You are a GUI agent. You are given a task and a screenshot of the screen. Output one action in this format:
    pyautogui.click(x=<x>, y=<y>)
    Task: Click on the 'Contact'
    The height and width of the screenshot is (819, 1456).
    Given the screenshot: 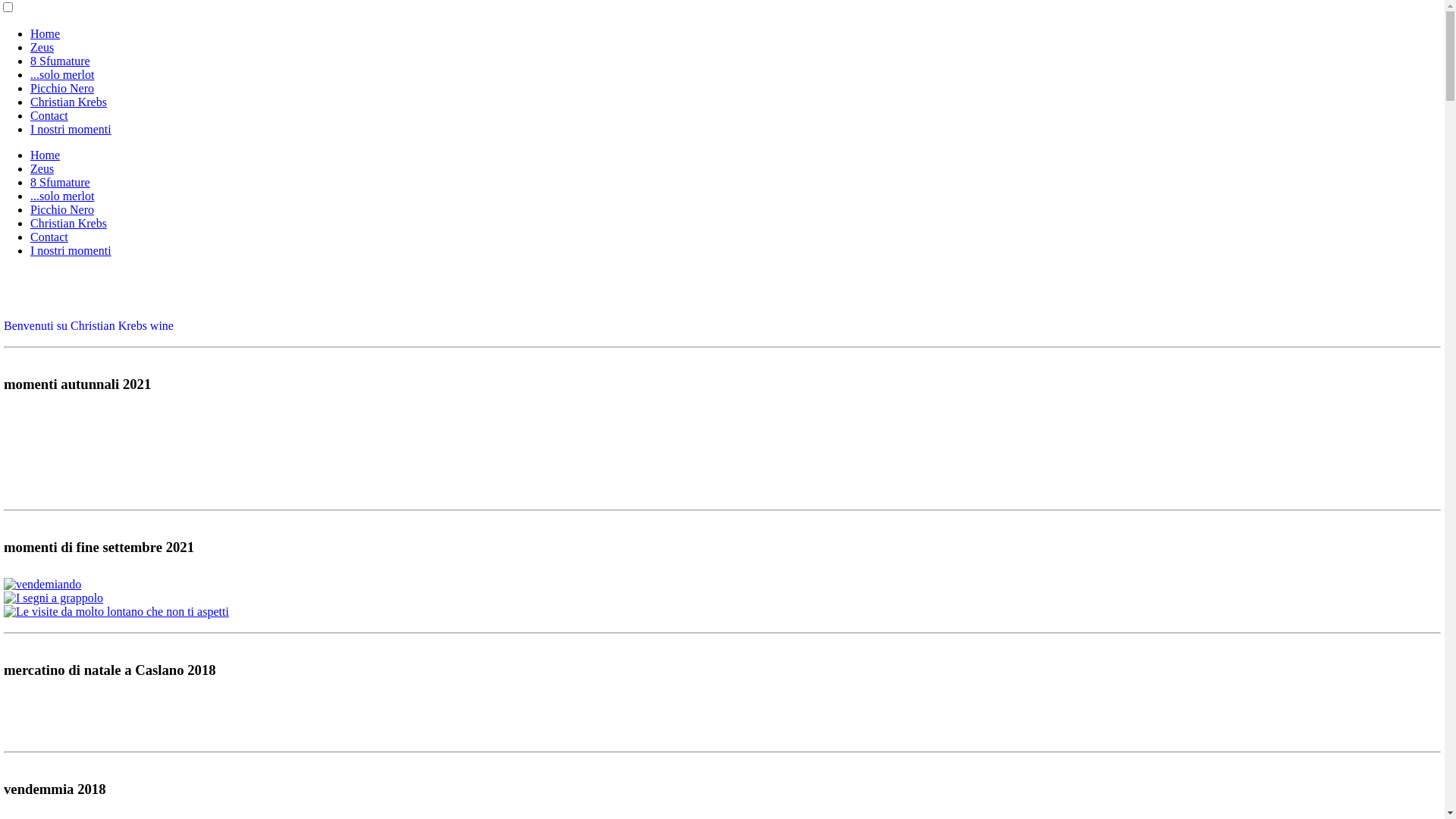 What is the action you would take?
    pyautogui.click(x=49, y=237)
    